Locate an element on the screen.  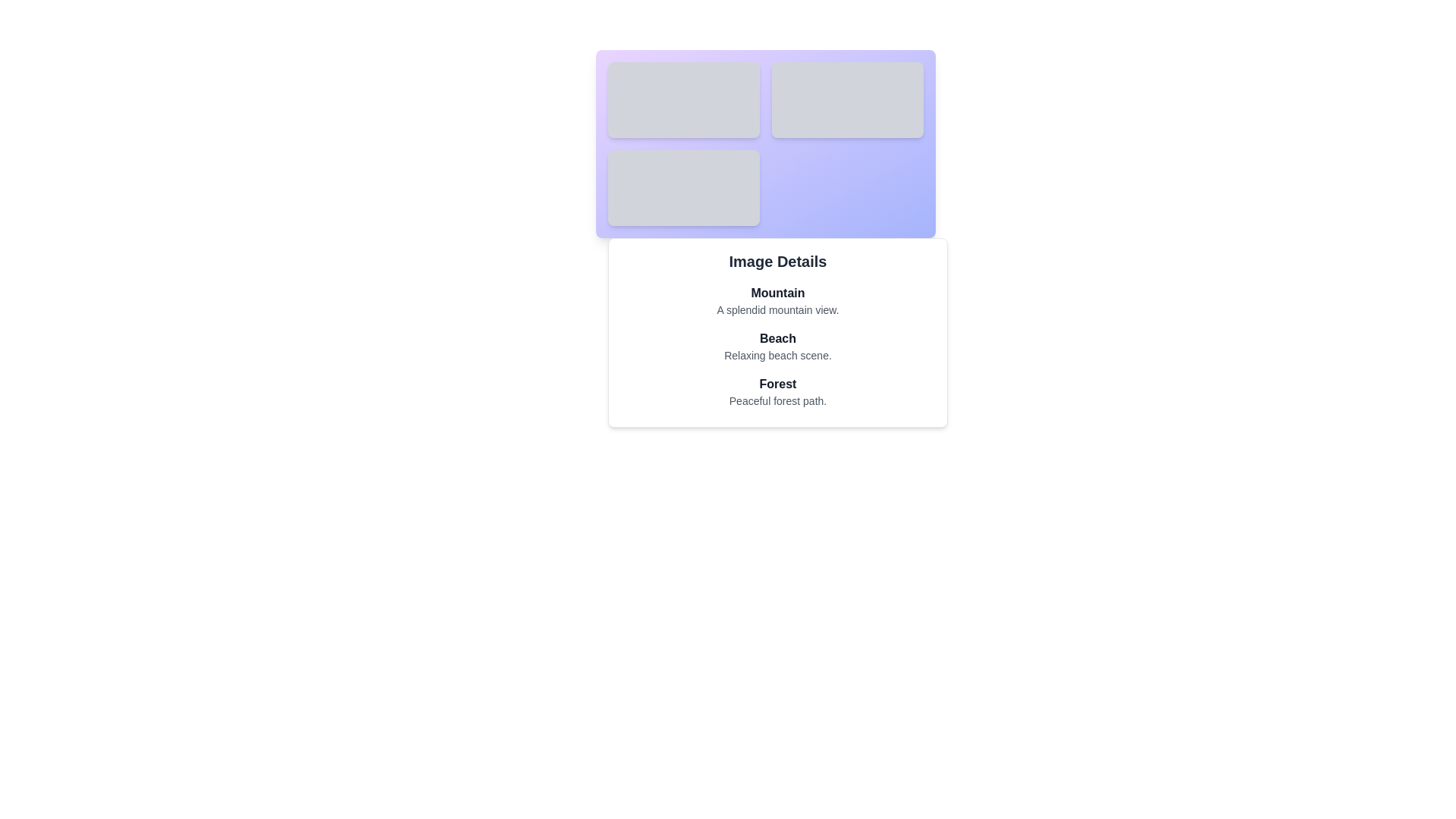
the second card in the top-right position of the grid layout for further interaction is located at coordinates (847, 99).